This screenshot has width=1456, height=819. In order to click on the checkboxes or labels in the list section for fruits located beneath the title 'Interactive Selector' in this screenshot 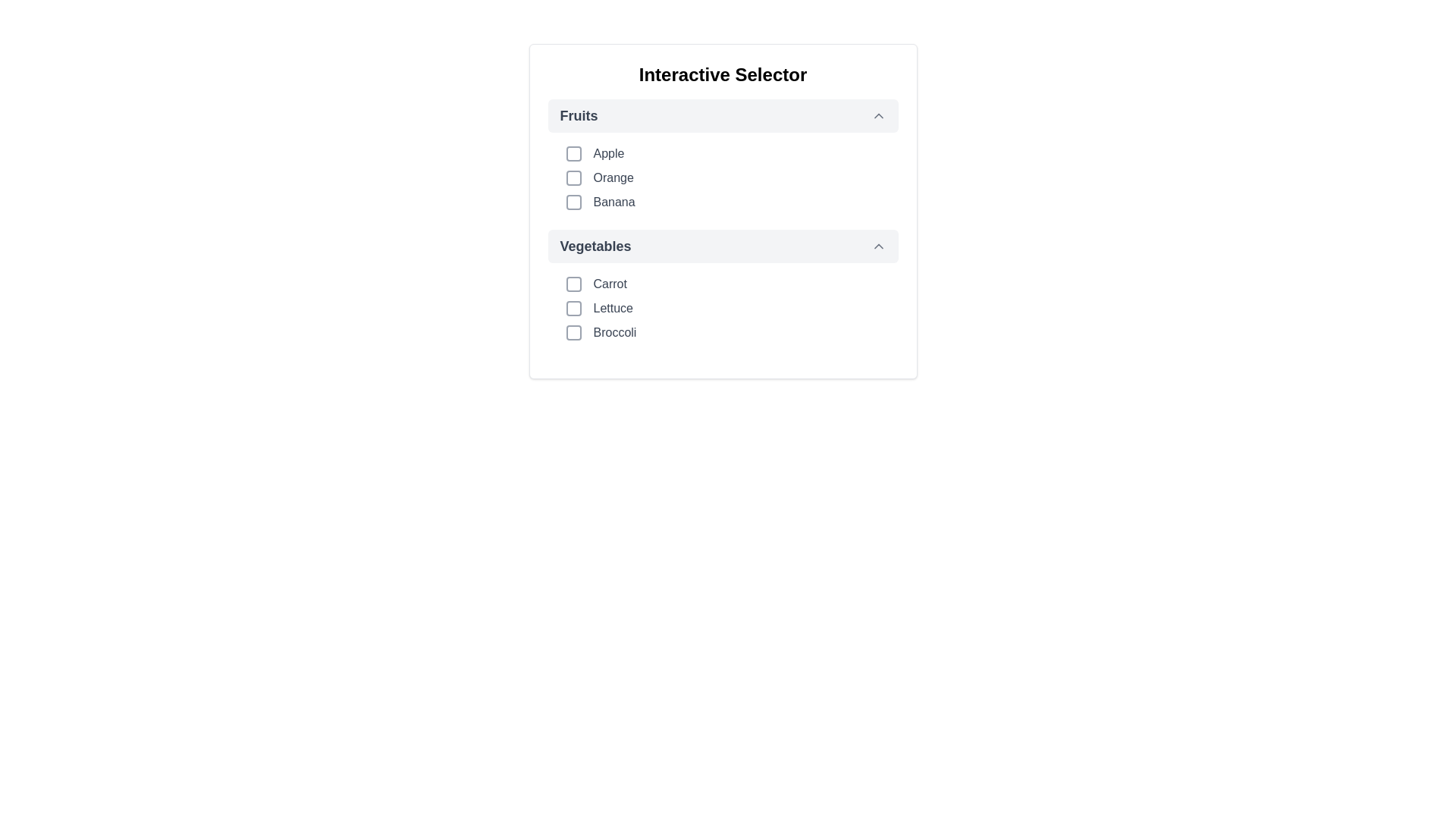, I will do `click(722, 155)`.